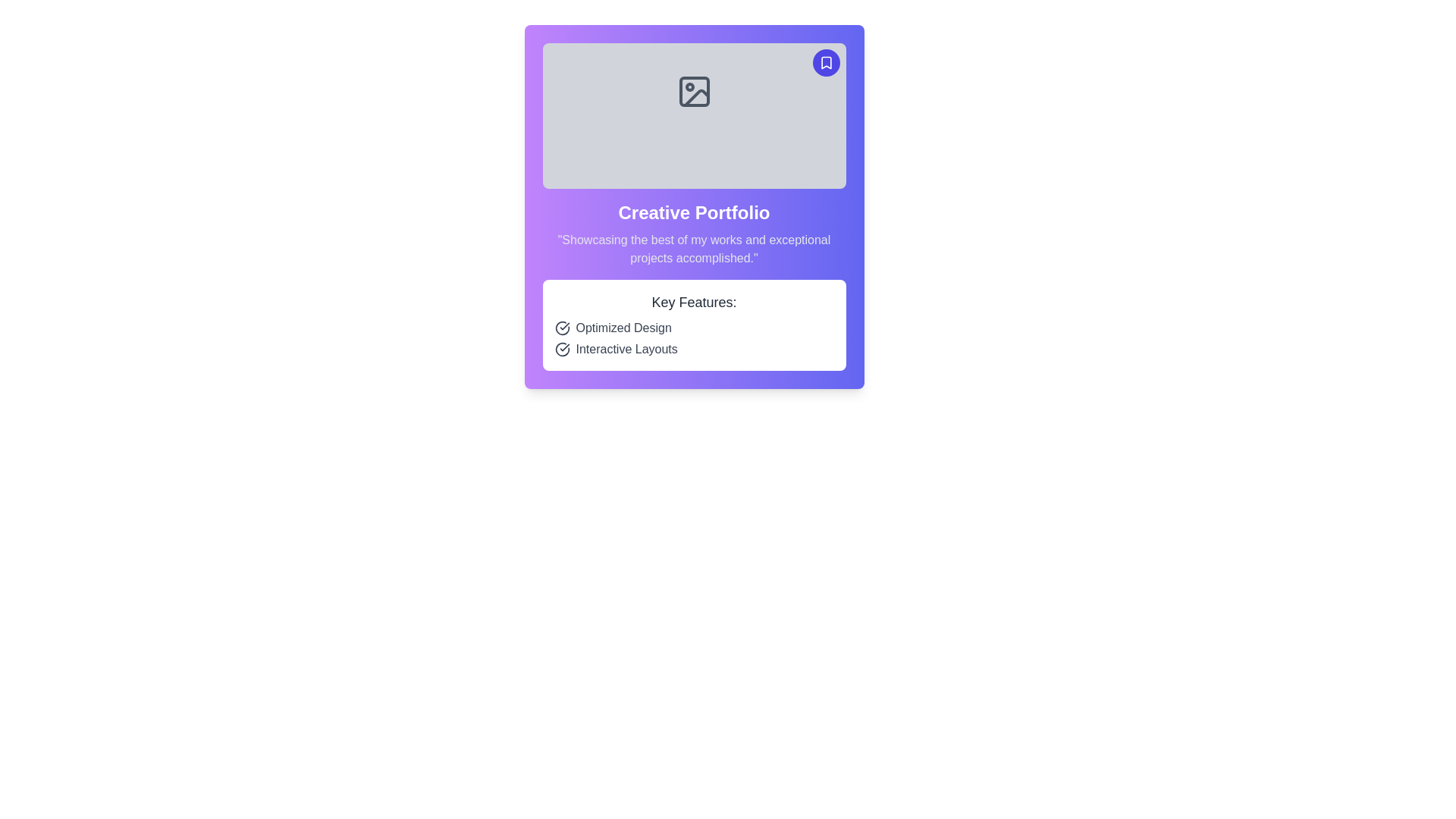 This screenshot has height=819, width=1456. I want to click on prominently styled text 'Creative Portfolio' which is a bold heading centered at the top section of the card layout, above a subtitle and below an image placeholder, so click(693, 213).